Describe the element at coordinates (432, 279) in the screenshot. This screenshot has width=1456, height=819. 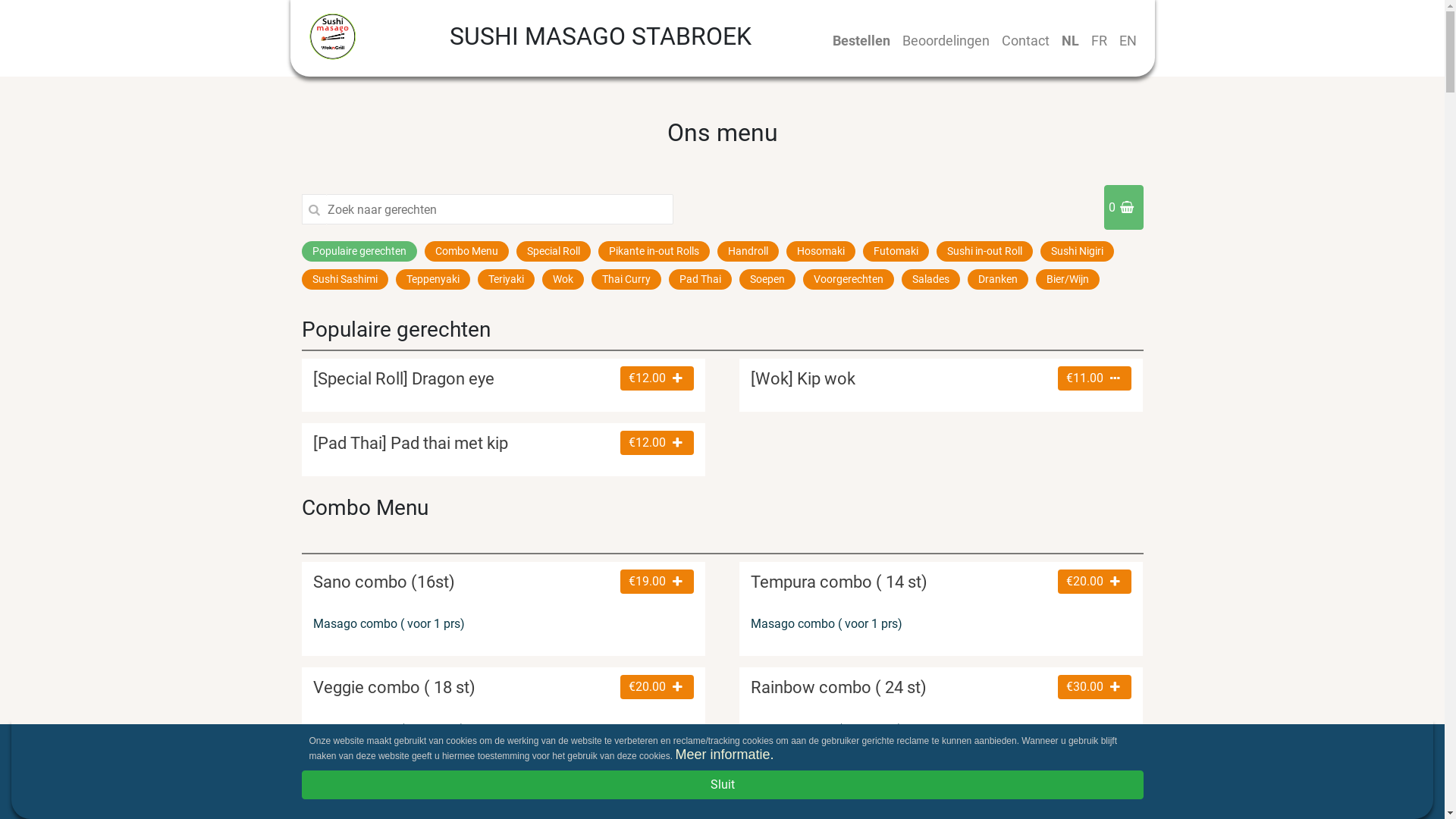
I see `'Teppenyaki'` at that location.